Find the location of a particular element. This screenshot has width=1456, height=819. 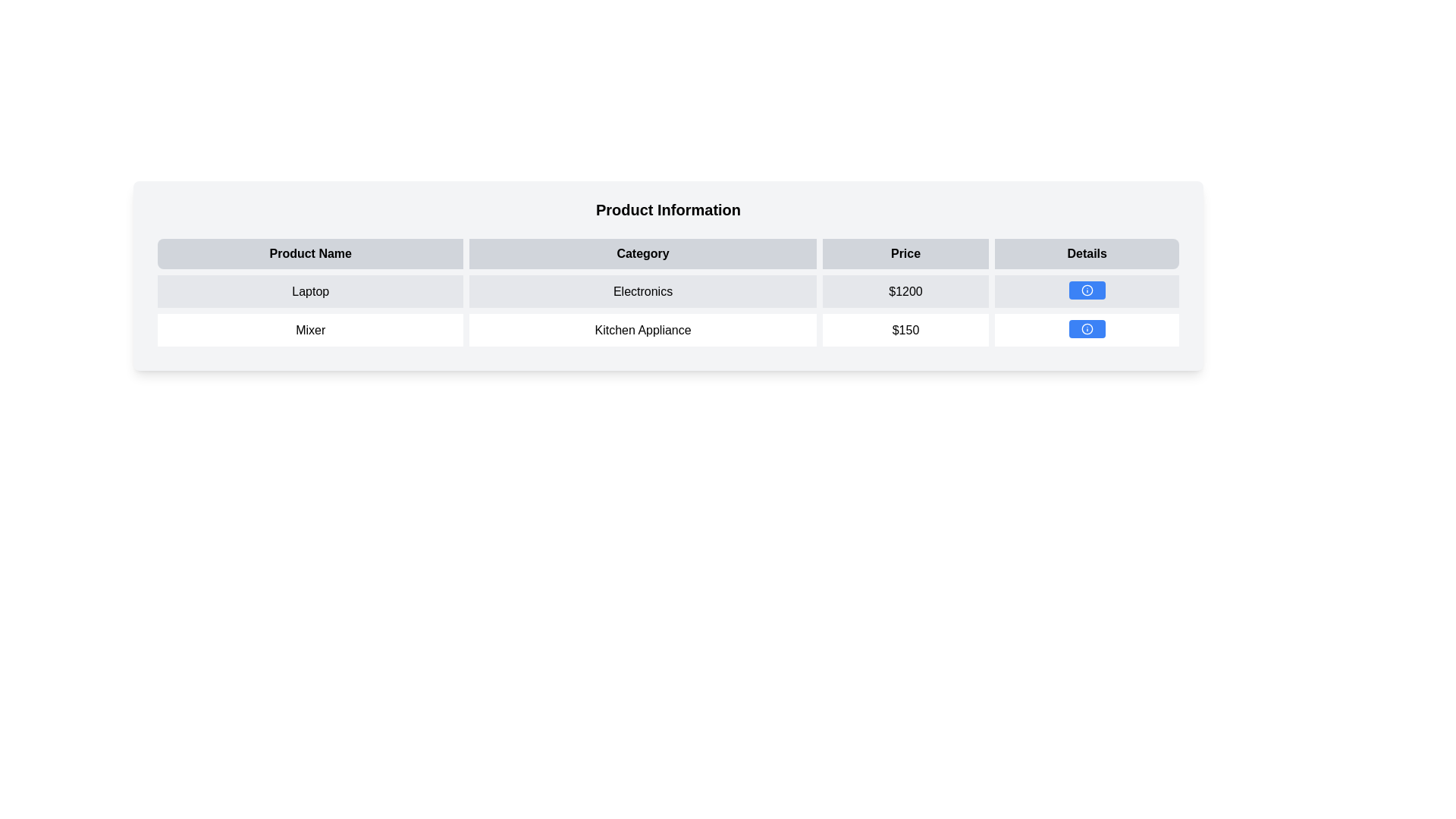

the button located in the 'Details' column of the second row in the table is located at coordinates (1086, 328).